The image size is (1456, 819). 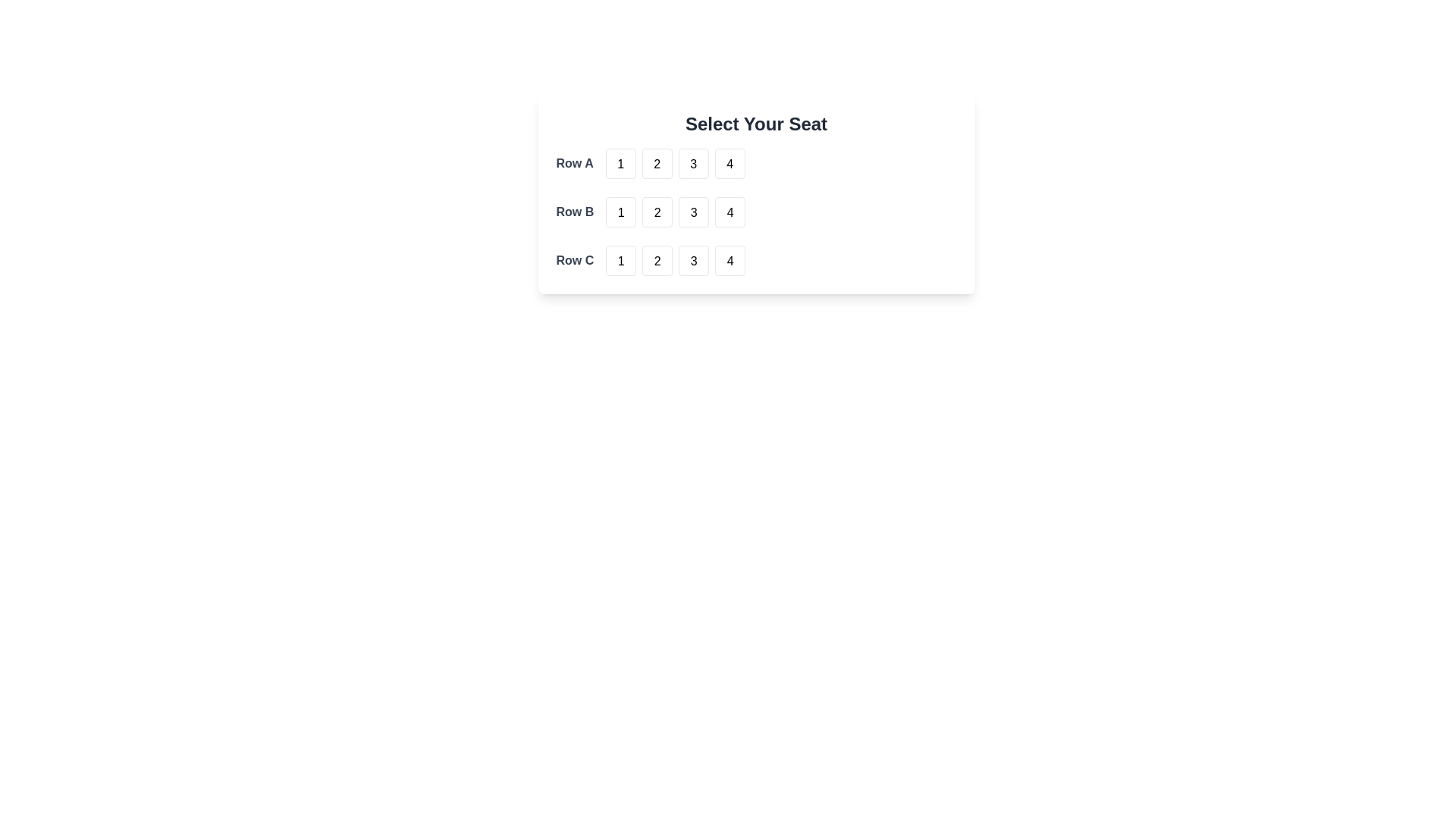 I want to click on the button labeled '3' in Row A, so click(x=692, y=164).